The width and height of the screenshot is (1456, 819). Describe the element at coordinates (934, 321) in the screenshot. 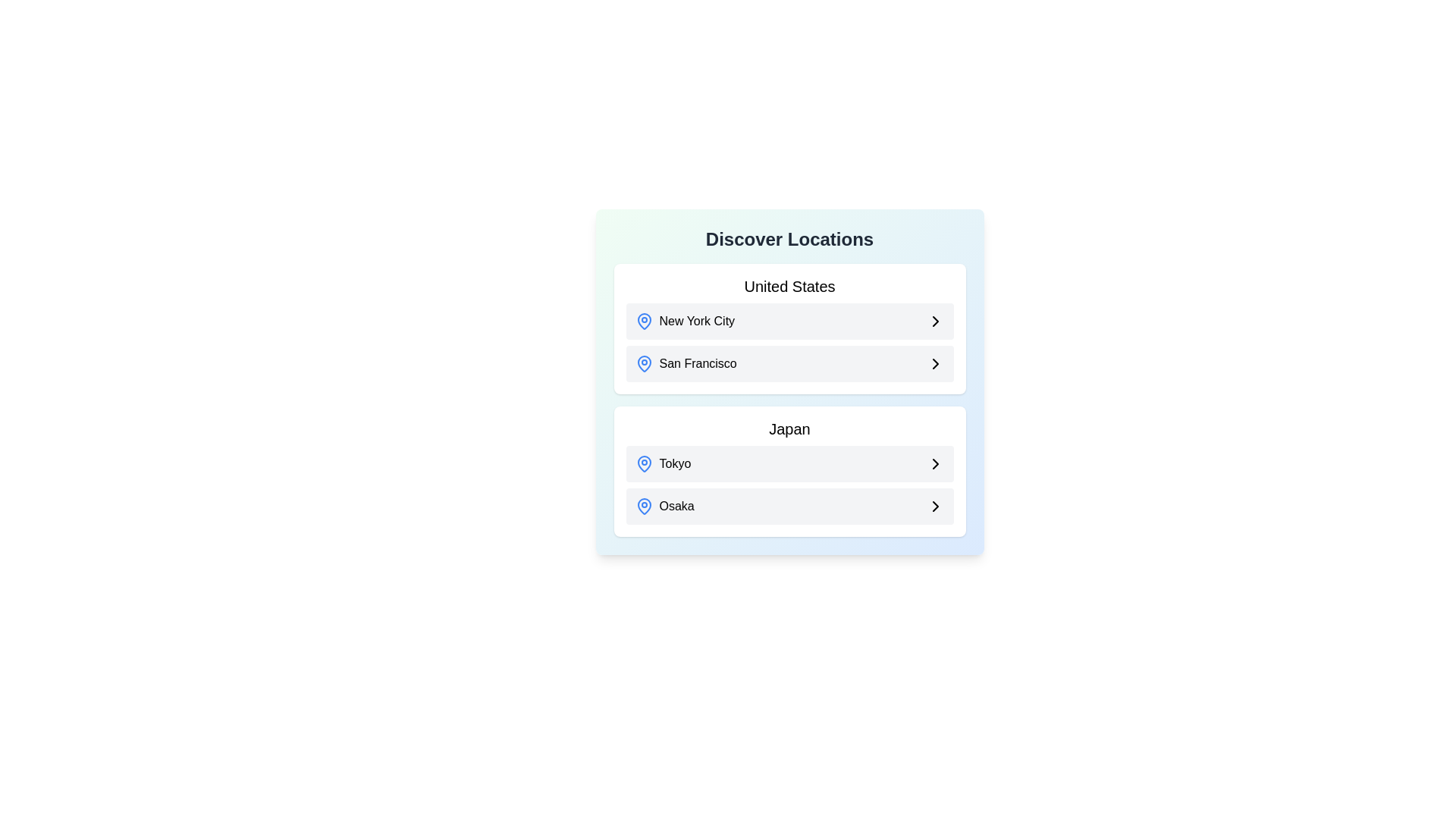

I see `the right-facing chevron icon in the 'New York City' row of the 'United States' section` at that location.